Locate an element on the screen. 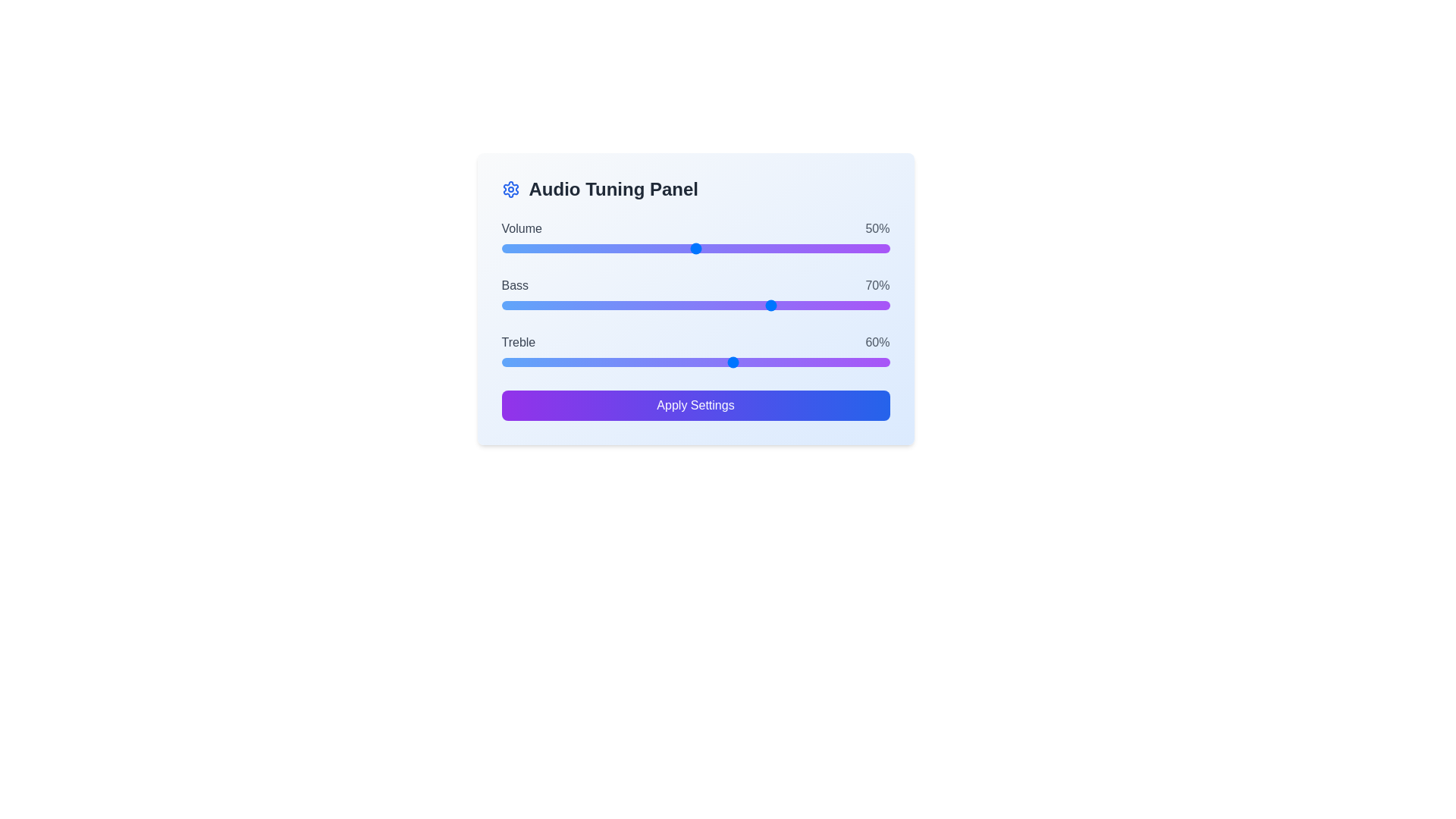  treble is located at coordinates (882, 362).